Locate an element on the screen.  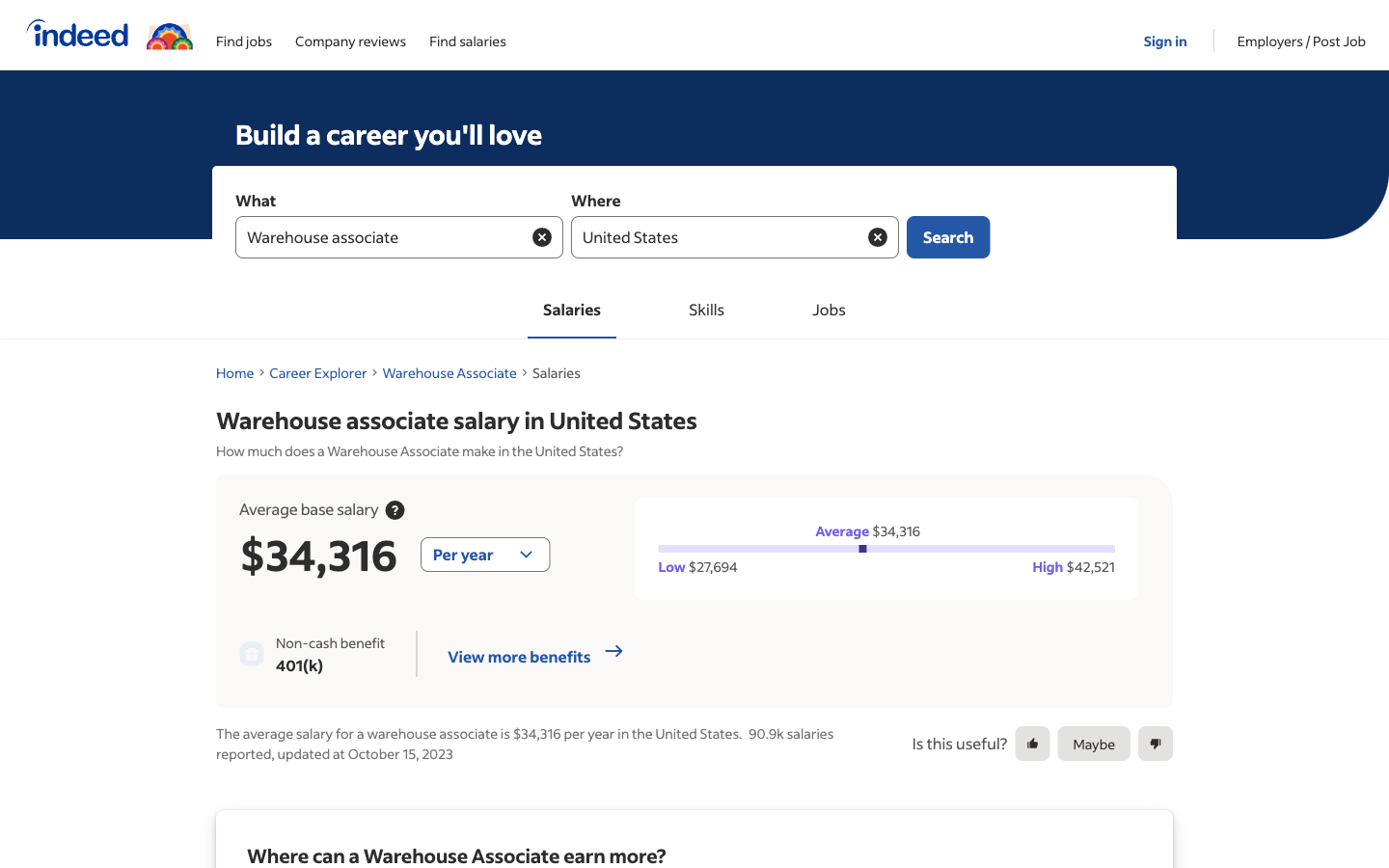
Go to the homepage of Indeed is located at coordinates (73, 34).